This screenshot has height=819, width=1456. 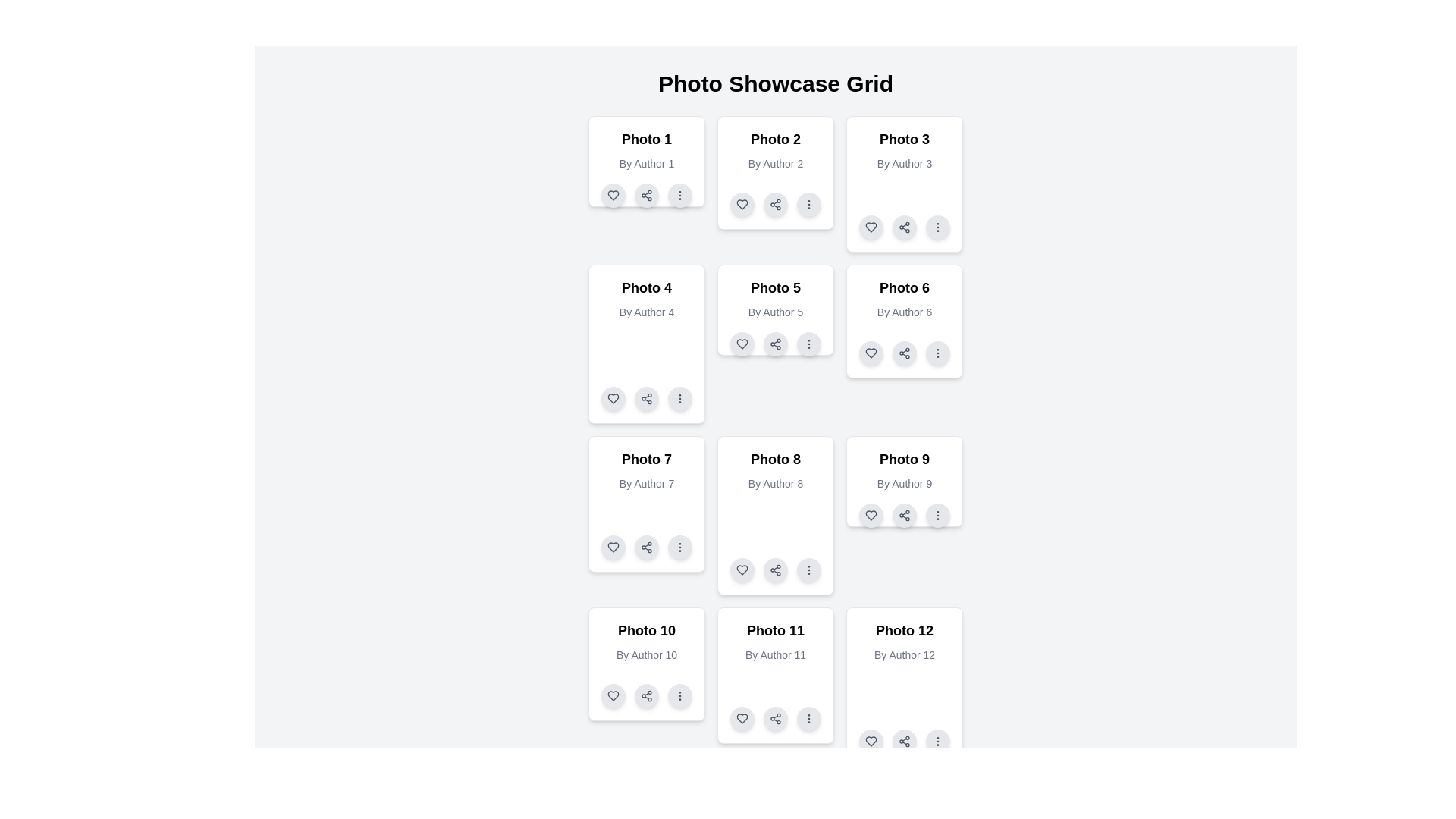 I want to click on the circular button icon located at the bottom-right corner of the card labeled 'Photo 10', so click(x=679, y=696).